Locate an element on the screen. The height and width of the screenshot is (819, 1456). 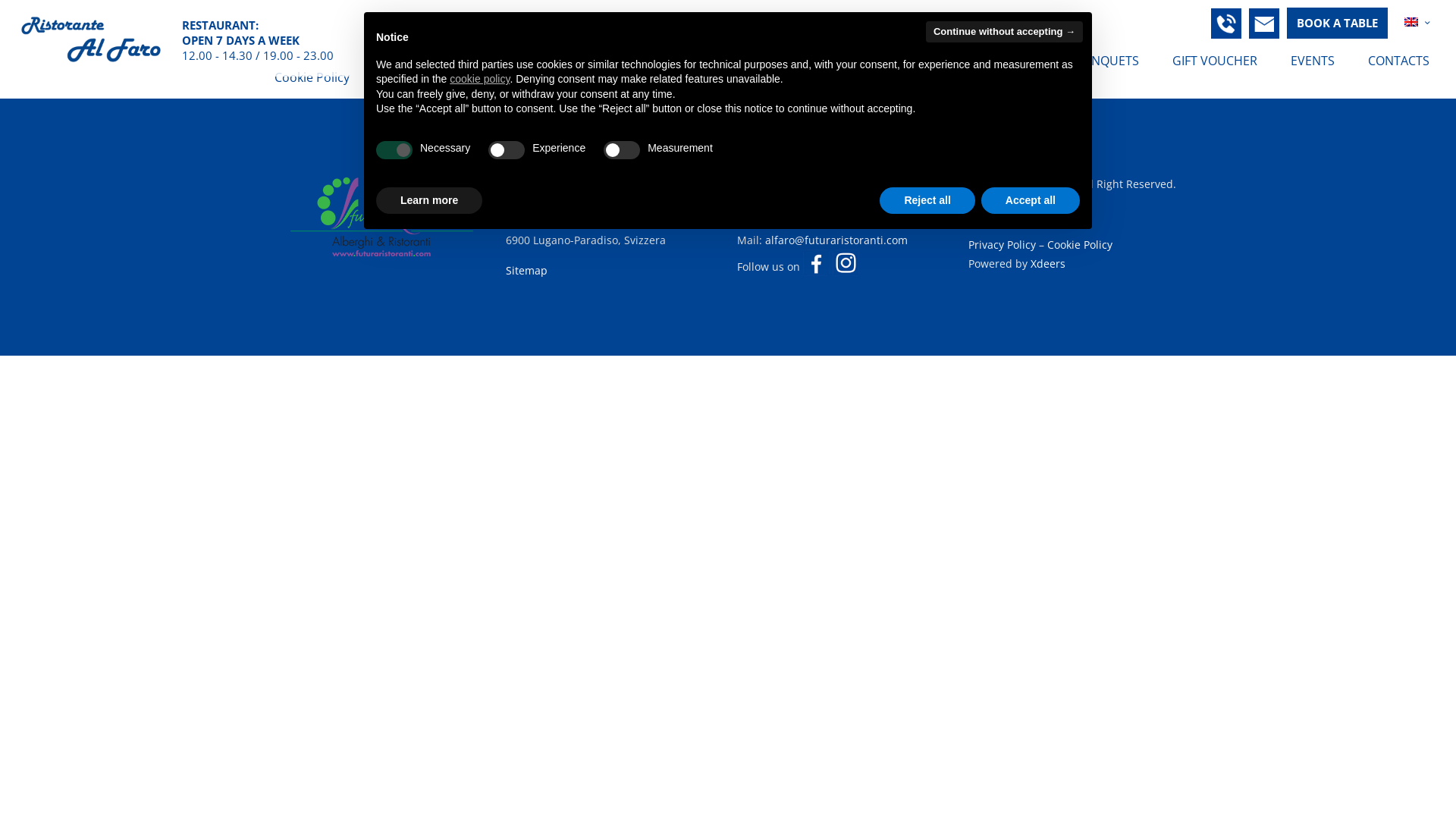
'Sitemap' is located at coordinates (526, 269).